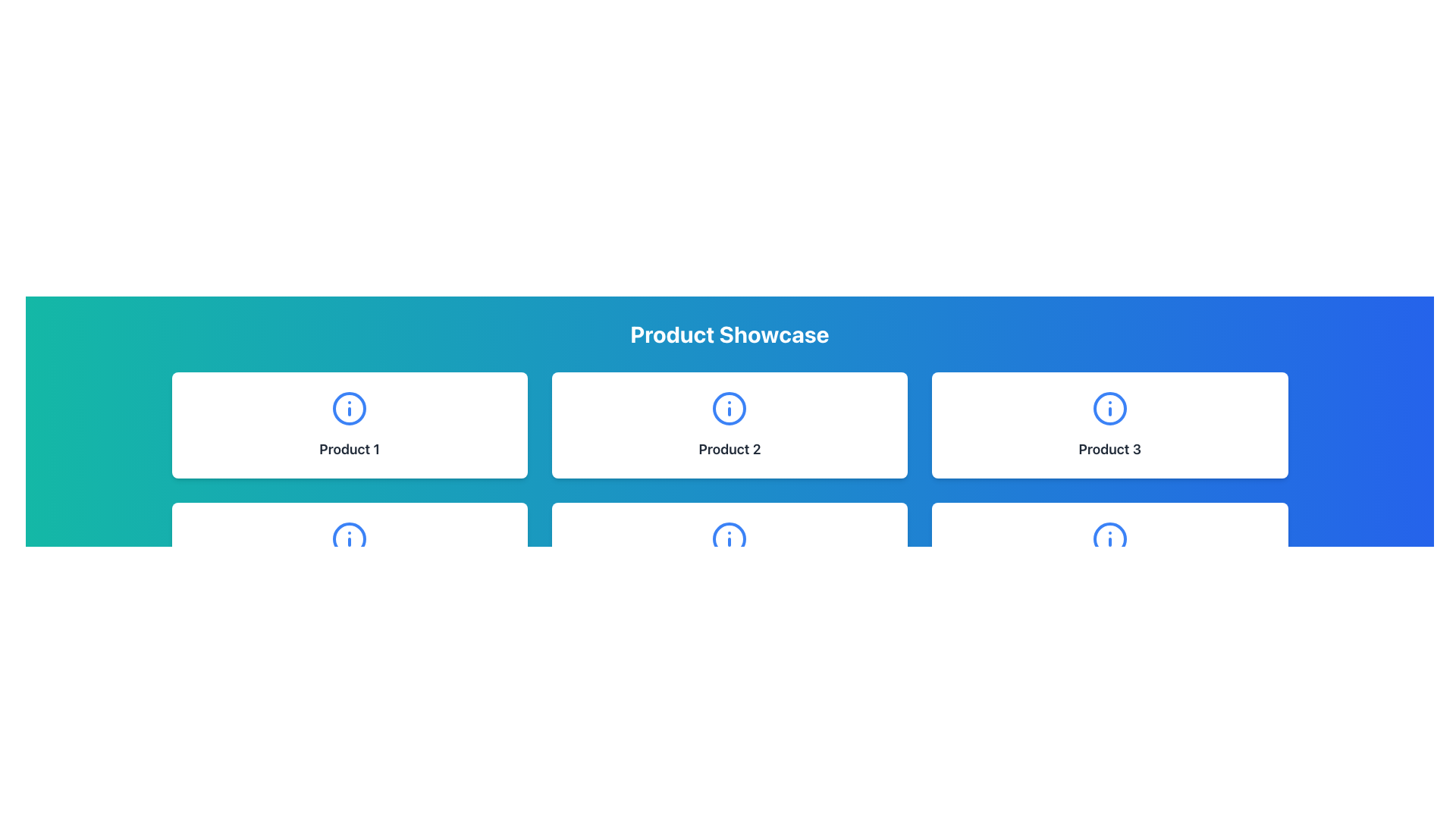  What do you see at coordinates (730, 408) in the screenshot?
I see `the main visual element of the information icon represented by an SVG circle, located in the 'Product 2' section` at bounding box center [730, 408].